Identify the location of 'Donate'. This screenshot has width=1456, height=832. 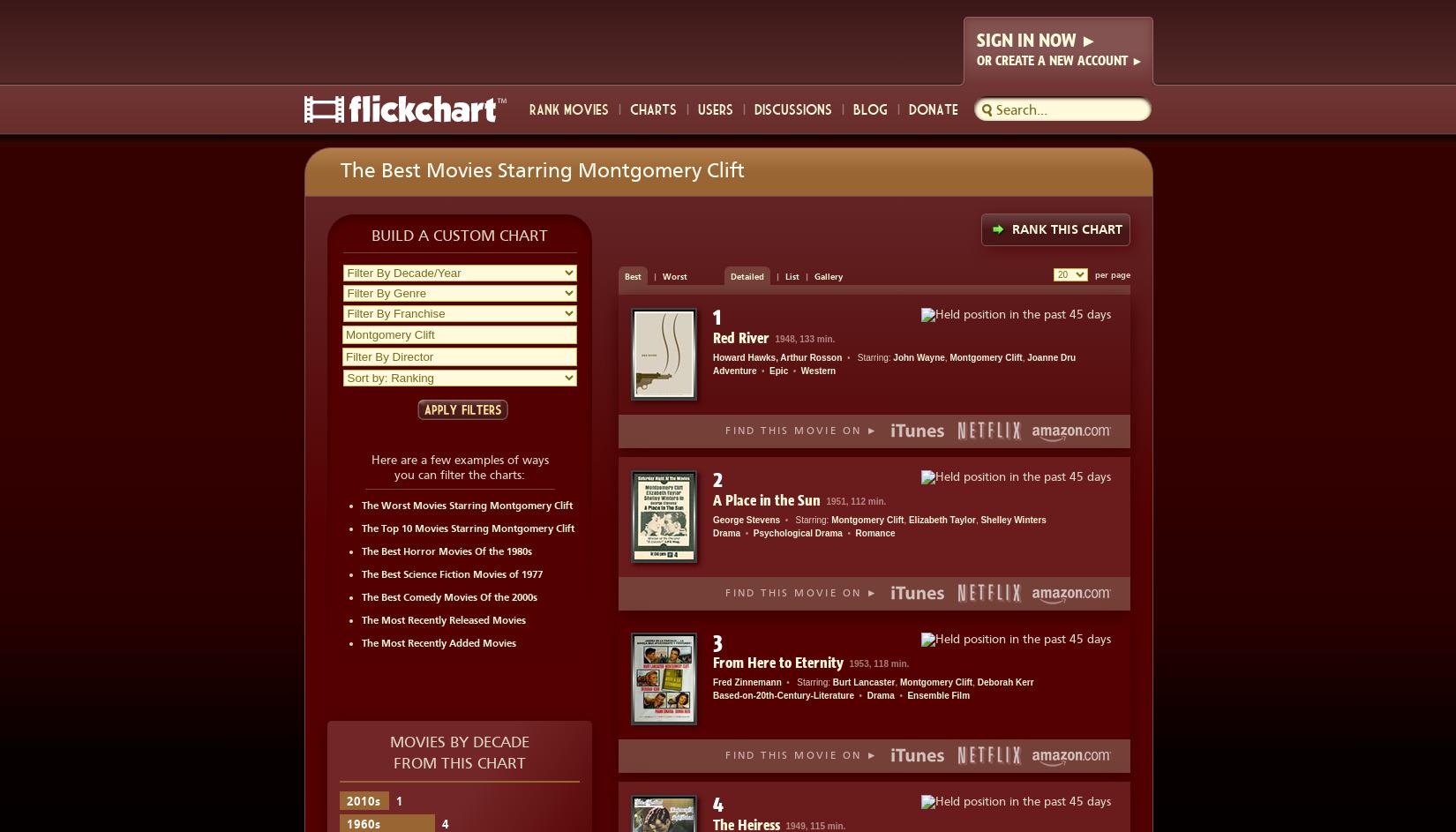
(908, 108).